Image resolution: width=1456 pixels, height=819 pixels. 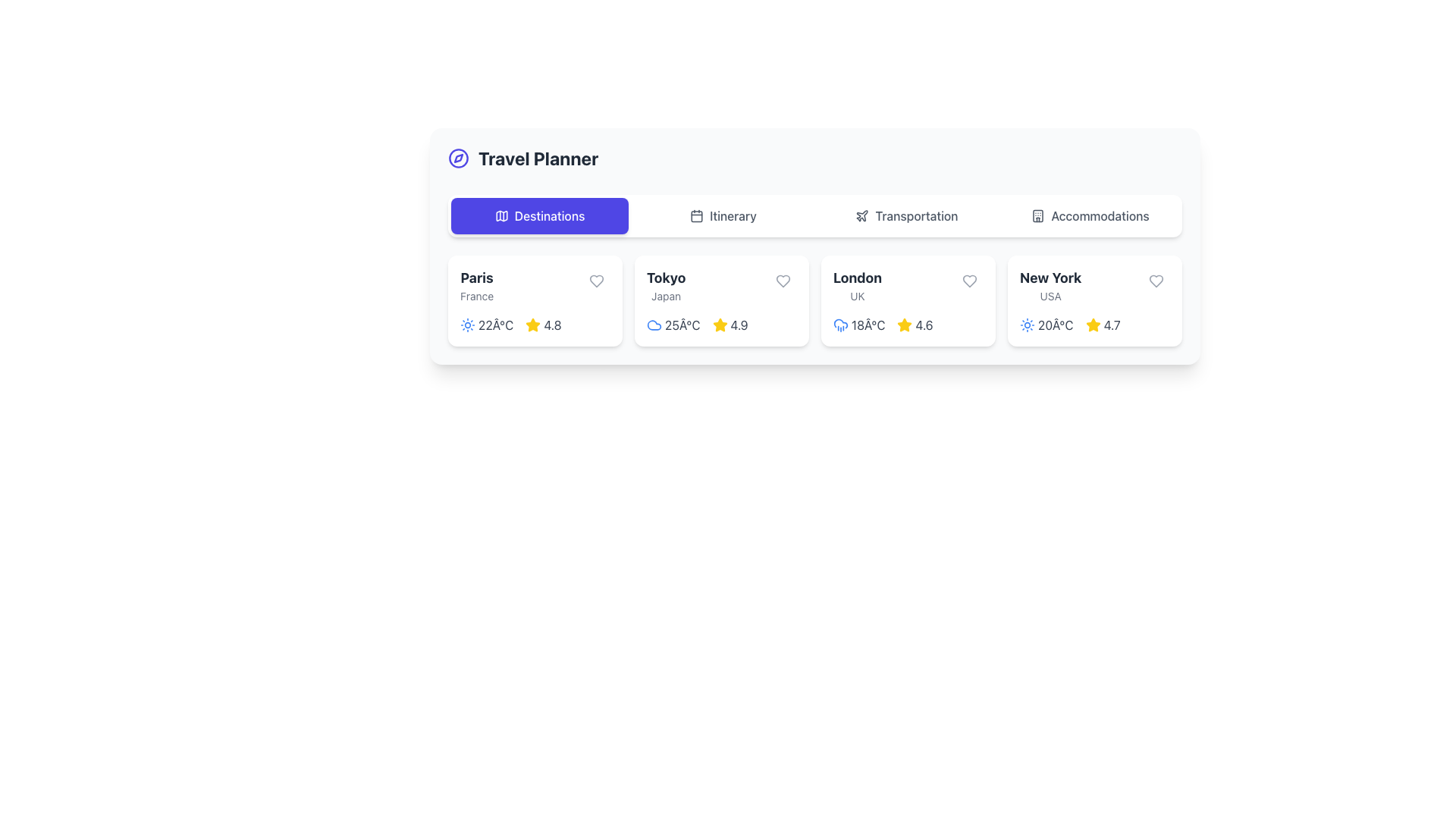 I want to click on contextual information from the Text label located below the destination name 'Paris' within the first column of the grid layout, so click(x=476, y=296).